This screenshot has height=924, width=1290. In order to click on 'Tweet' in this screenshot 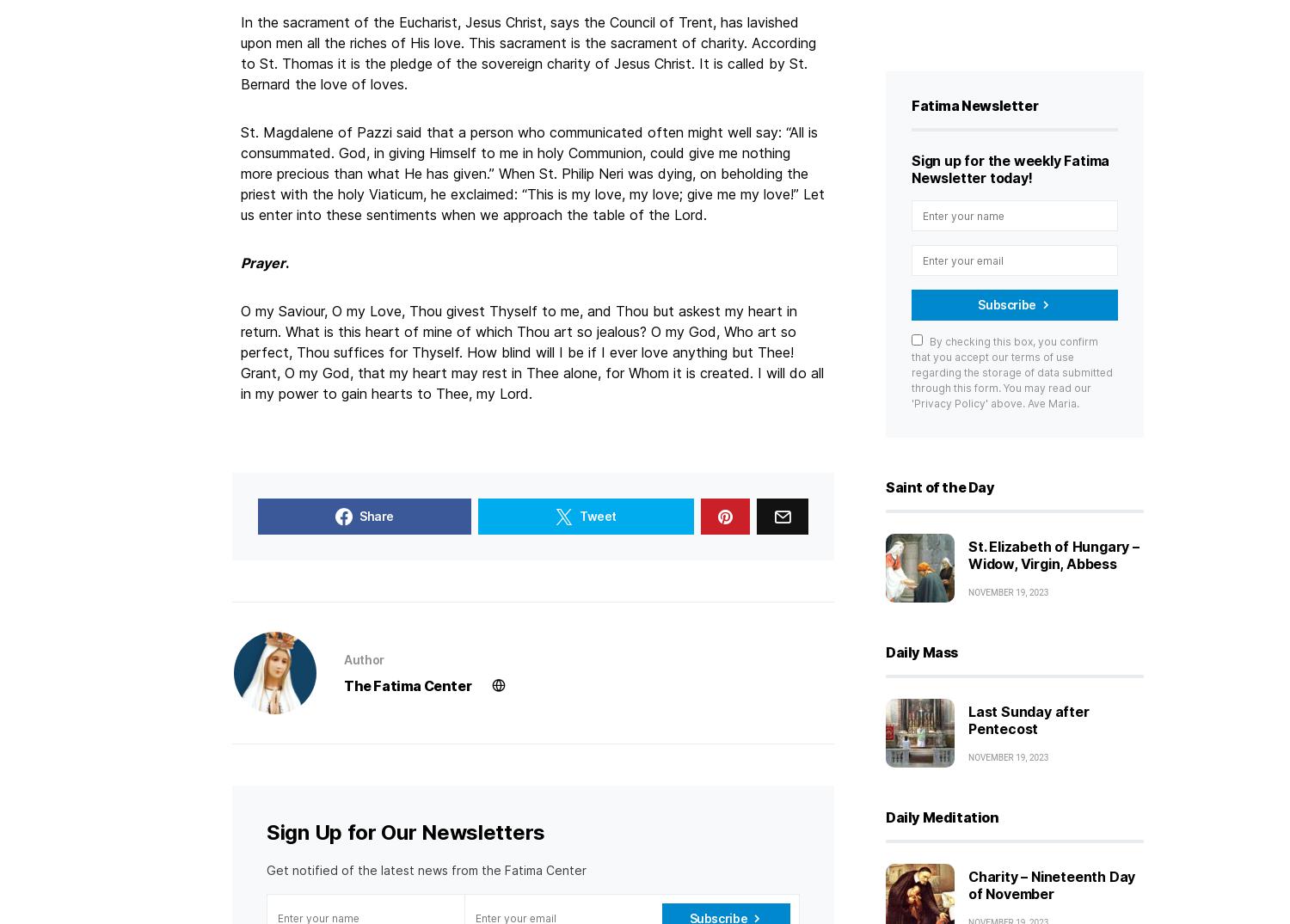, I will do `click(596, 515)`.